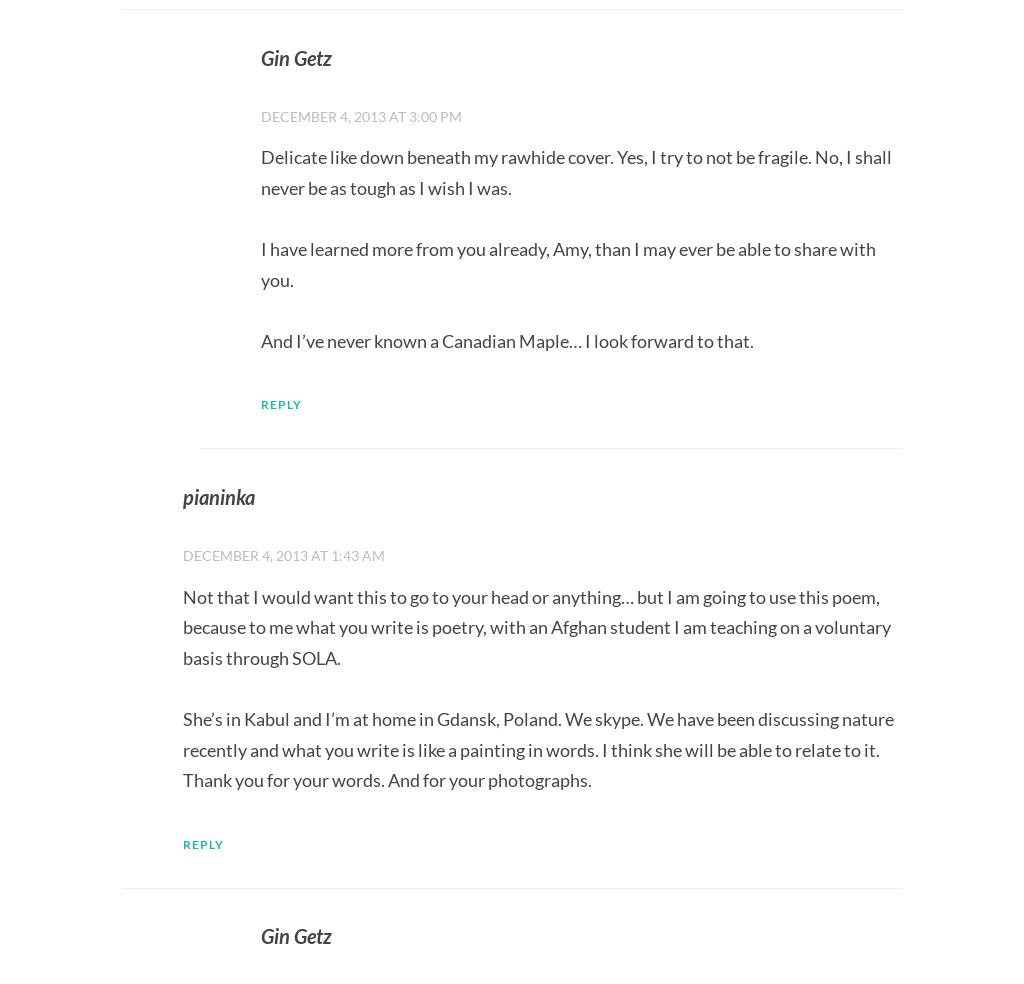  I want to click on 'pianinka', so click(182, 495).